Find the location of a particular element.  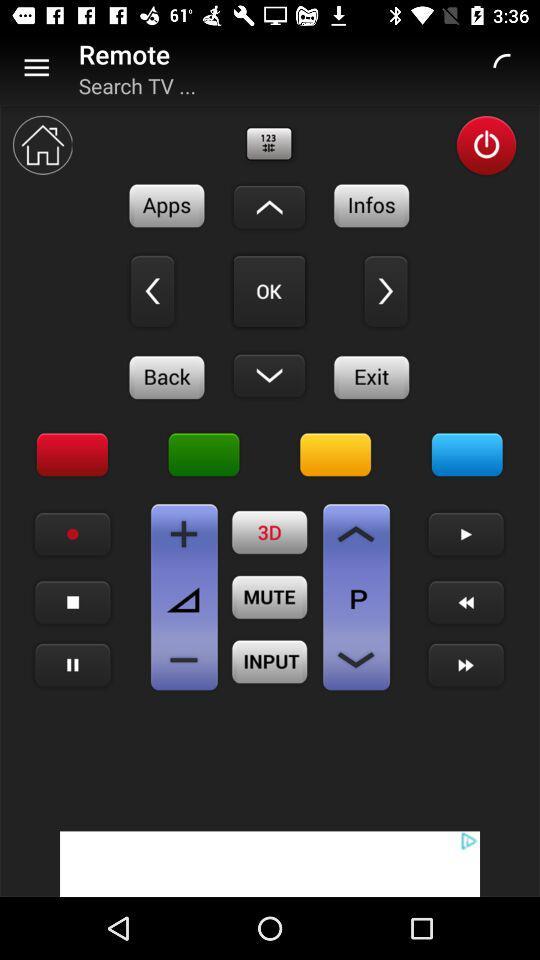

go next is located at coordinates (386, 290).